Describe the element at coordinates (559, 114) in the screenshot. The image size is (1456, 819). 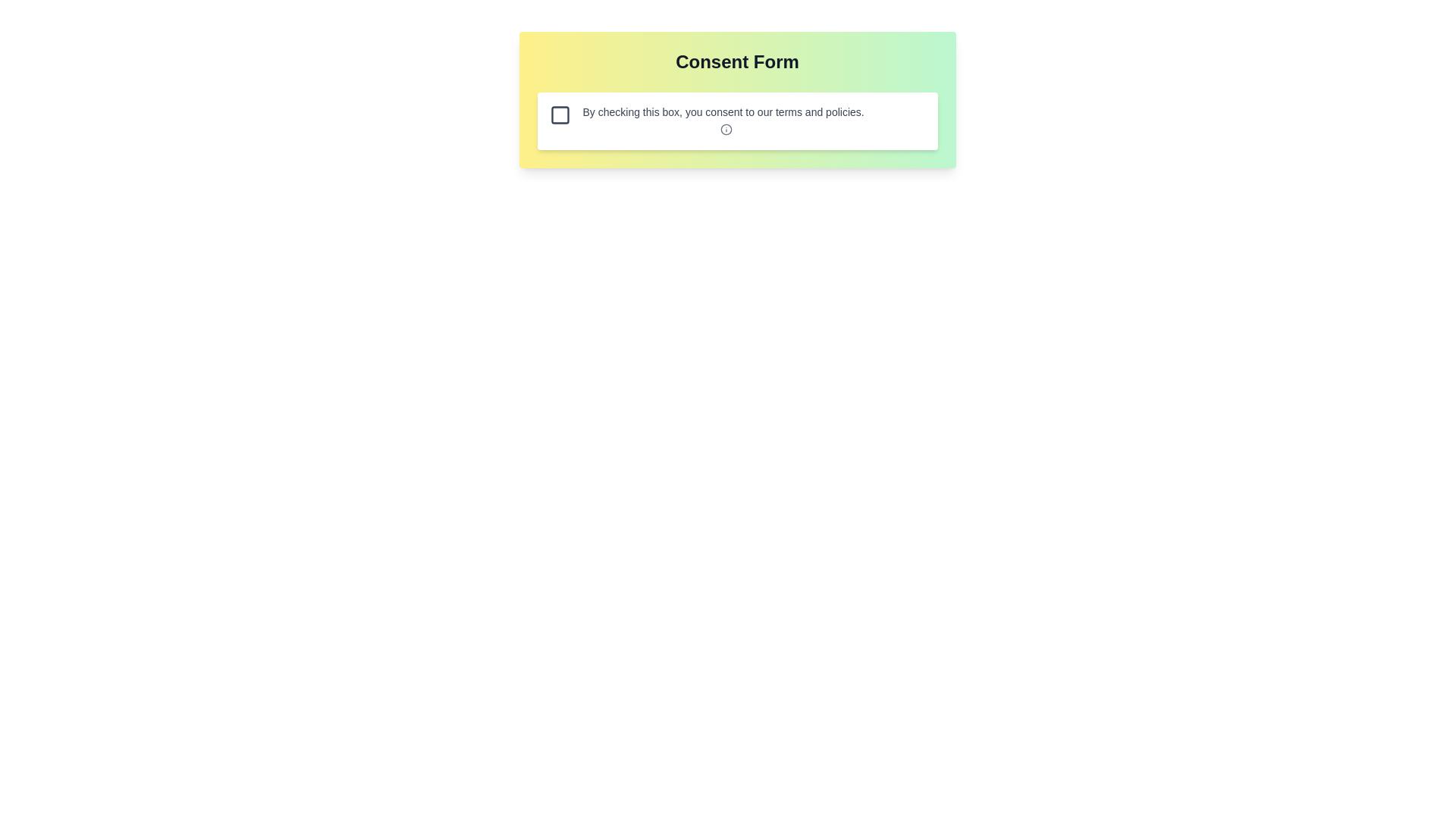
I see `the checkbox or interactive icon` at that location.